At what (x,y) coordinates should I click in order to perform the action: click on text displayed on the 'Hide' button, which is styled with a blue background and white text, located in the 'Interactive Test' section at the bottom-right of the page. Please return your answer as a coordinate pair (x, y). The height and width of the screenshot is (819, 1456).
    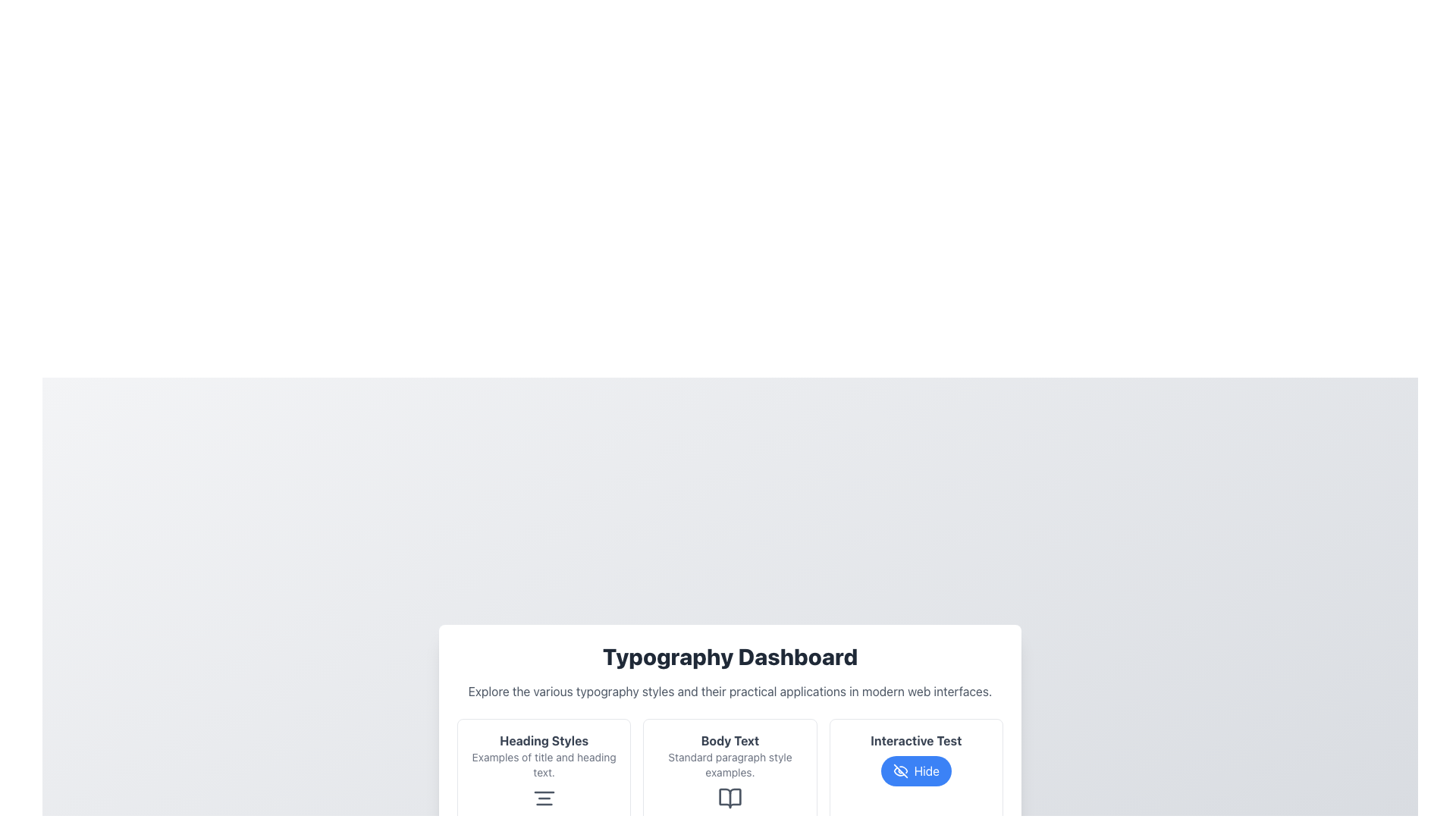
    Looking at the image, I should click on (926, 771).